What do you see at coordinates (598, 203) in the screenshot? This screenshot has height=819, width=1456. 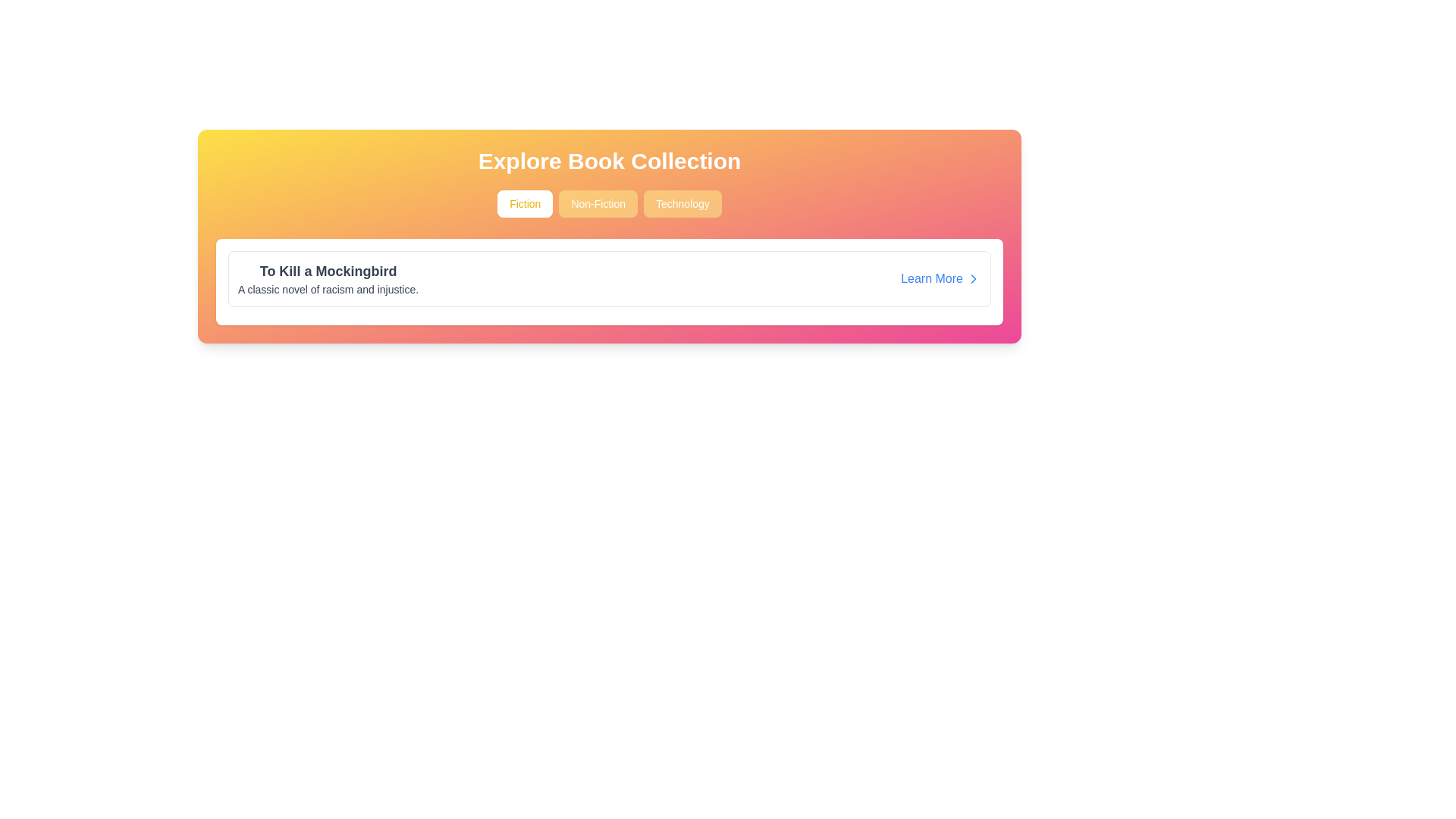 I see `the 'Non-Fiction' button, which is a rectangular button with rounded corners, light yellow-orange background, and white text, positioned between the 'Fiction' and 'Technology' buttons in the header region` at bounding box center [598, 203].